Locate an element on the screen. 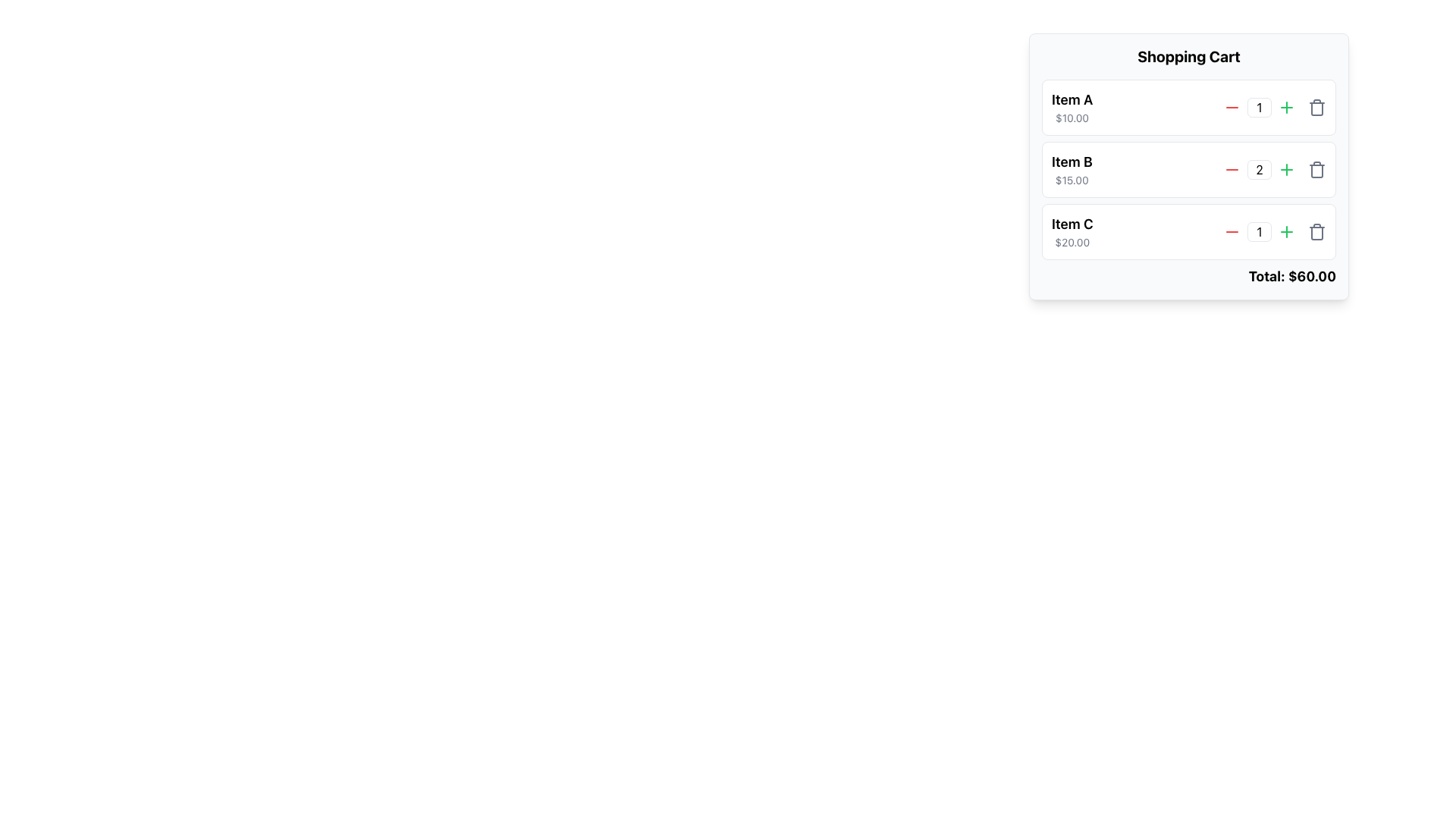  the decrement button for the first product entry in the shopping cart interface to reduce its quantity is located at coordinates (1188, 107).